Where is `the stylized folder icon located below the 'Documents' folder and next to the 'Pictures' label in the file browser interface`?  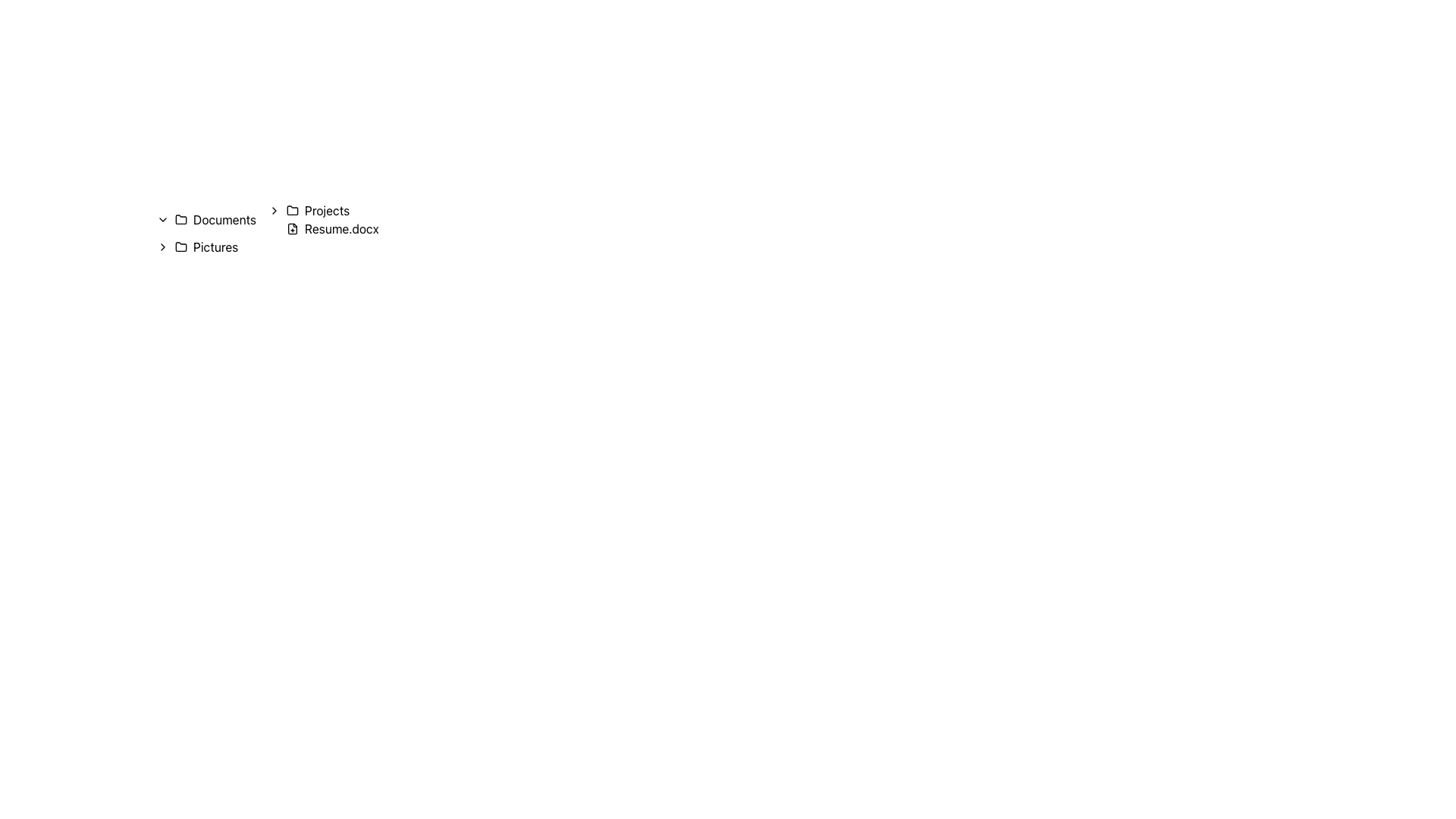
the stylized folder icon located below the 'Documents' folder and next to the 'Pictures' label in the file browser interface is located at coordinates (181, 245).